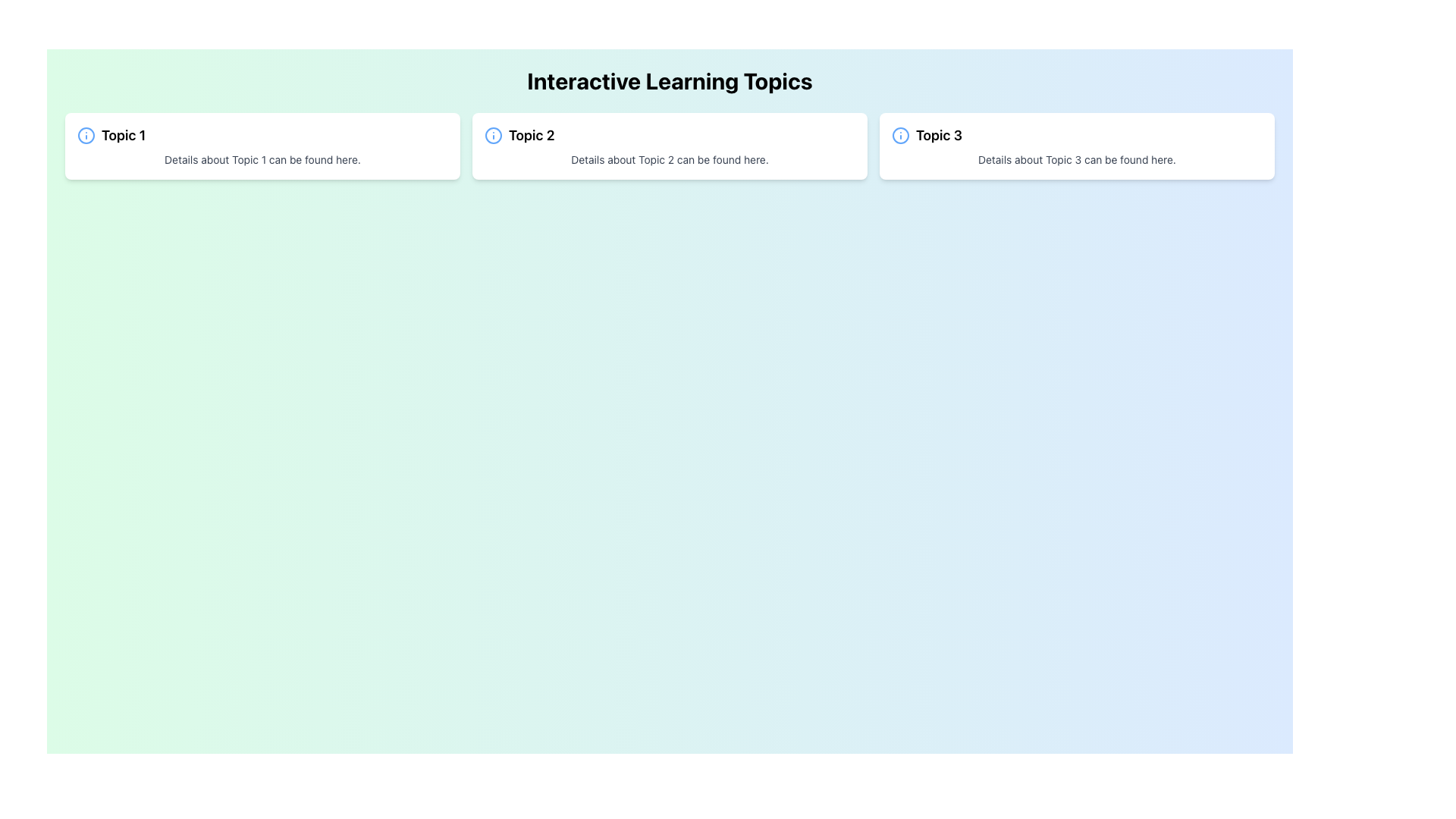 The height and width of the screenshot is (819, 1456). I want to click on the core blue circular shape of the info icon located to the left of the text labeled 'Topic 2', depending on its interactive state, so click(494, 134).